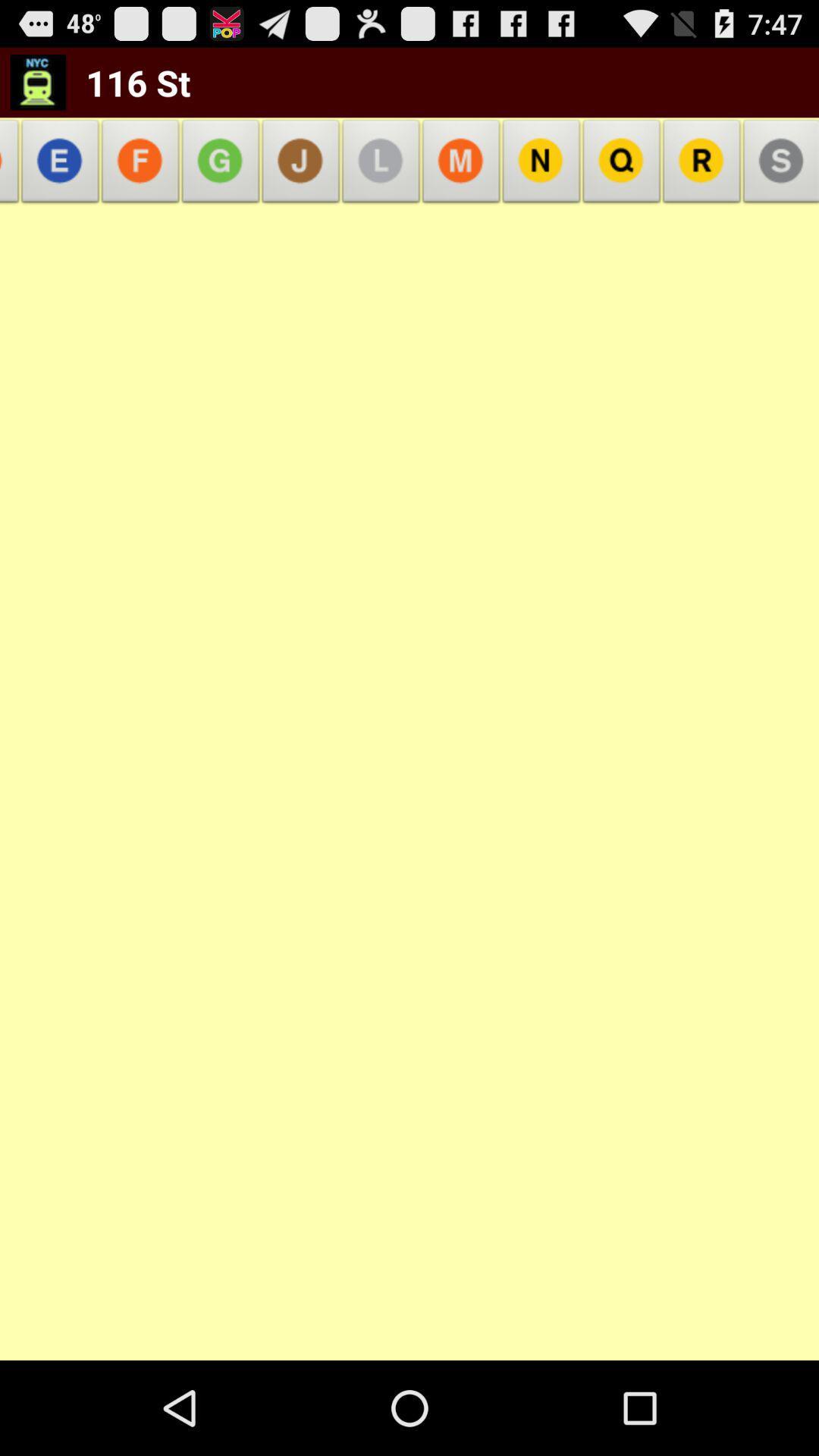 Image resolution: width=819 pixels, height=1456 pixels. What do you see at coordinates (221, 165) in the screenshot?
I see `app below 116 st icon` at bounding box center [221, 165].